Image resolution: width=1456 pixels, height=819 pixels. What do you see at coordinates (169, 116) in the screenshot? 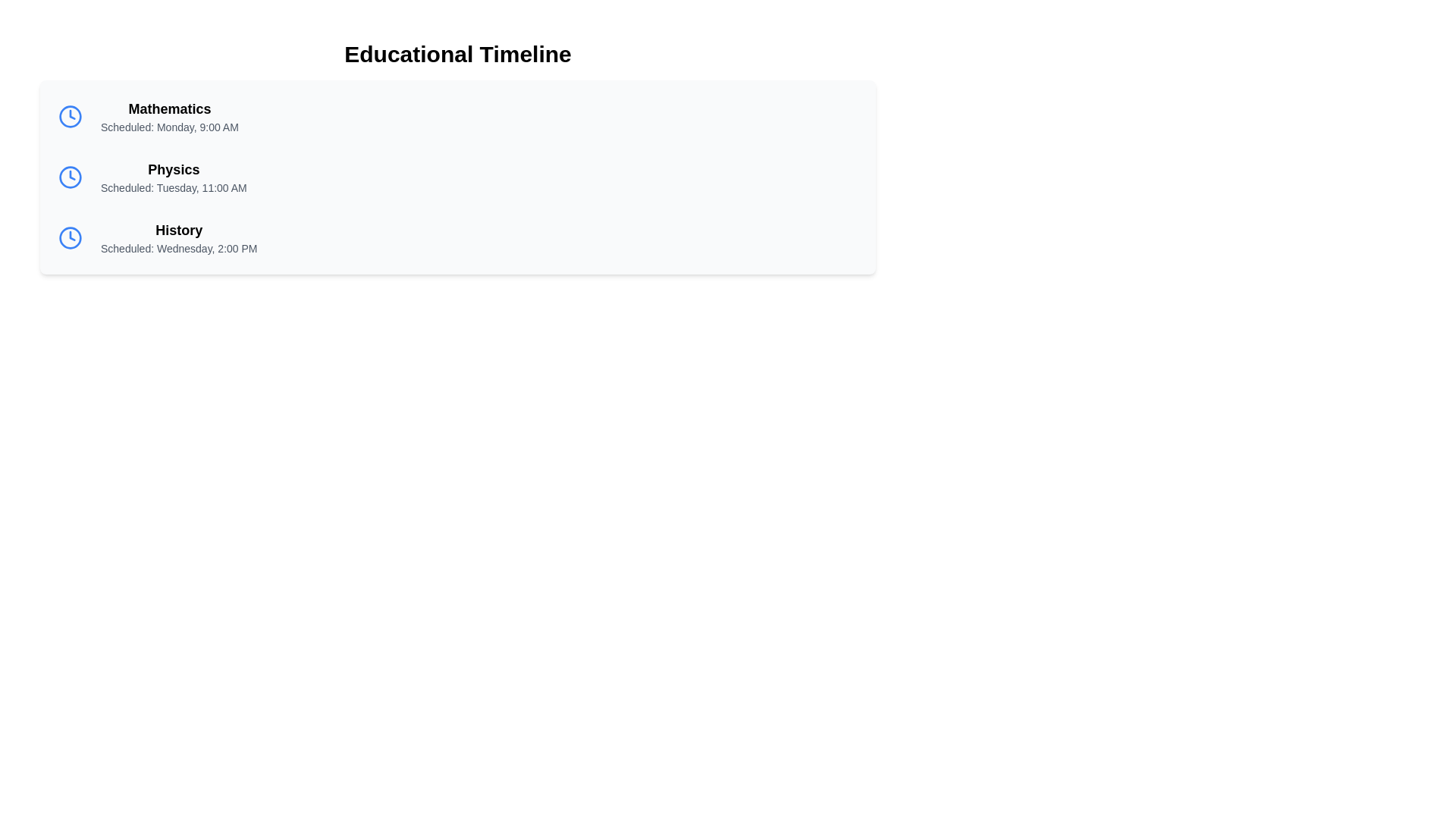
I see `the text-based display component showing the scheduled class 'Mathematics' and its timing 'Monday, 9:00 AM' to view context menu options` at bounding box center [169, 116].